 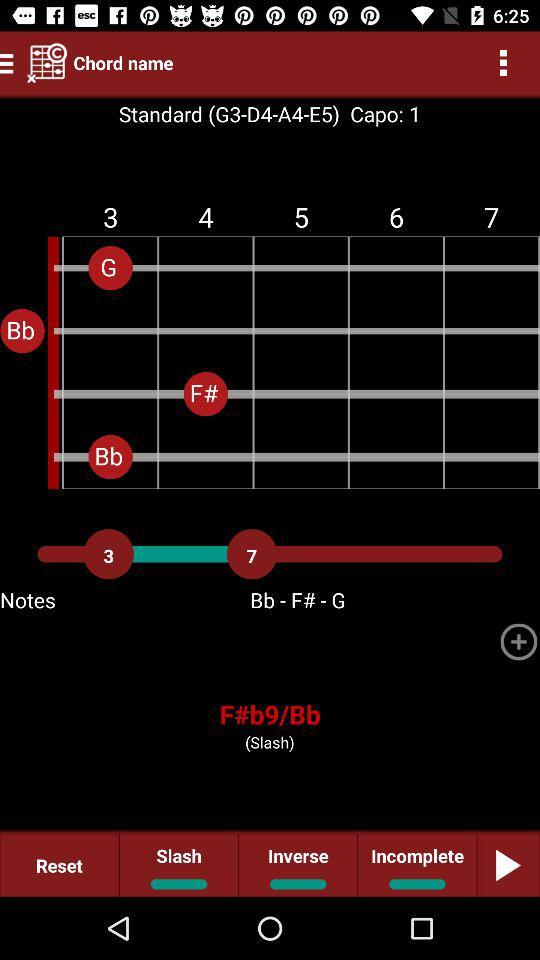 What do you see at coordinates (270, 714) in the screenshot?
I see `the icon above (slash)` at bounding box center [270, 714].